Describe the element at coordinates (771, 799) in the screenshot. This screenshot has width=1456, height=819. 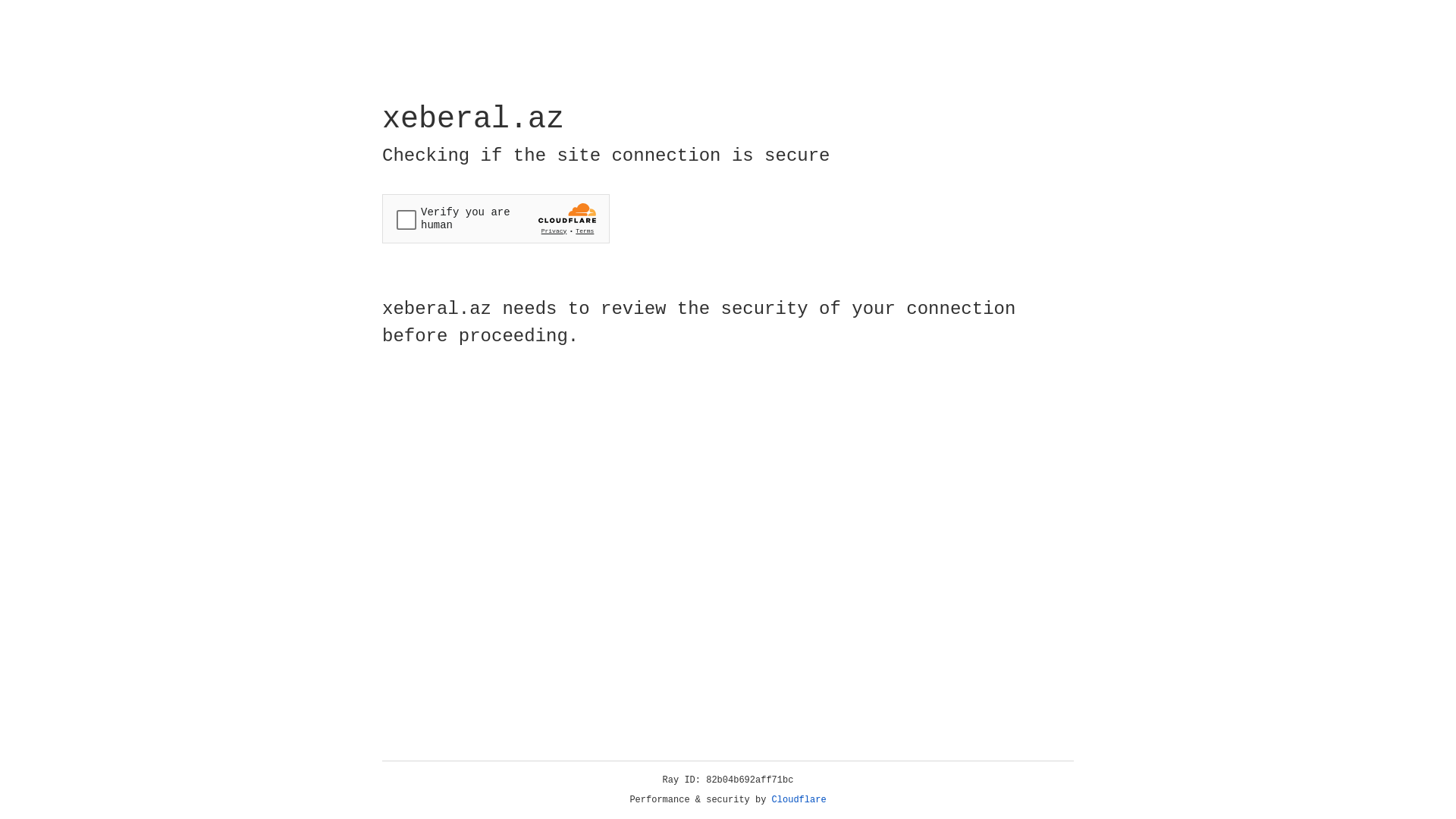
I see `'Cloudflare'` at that location.